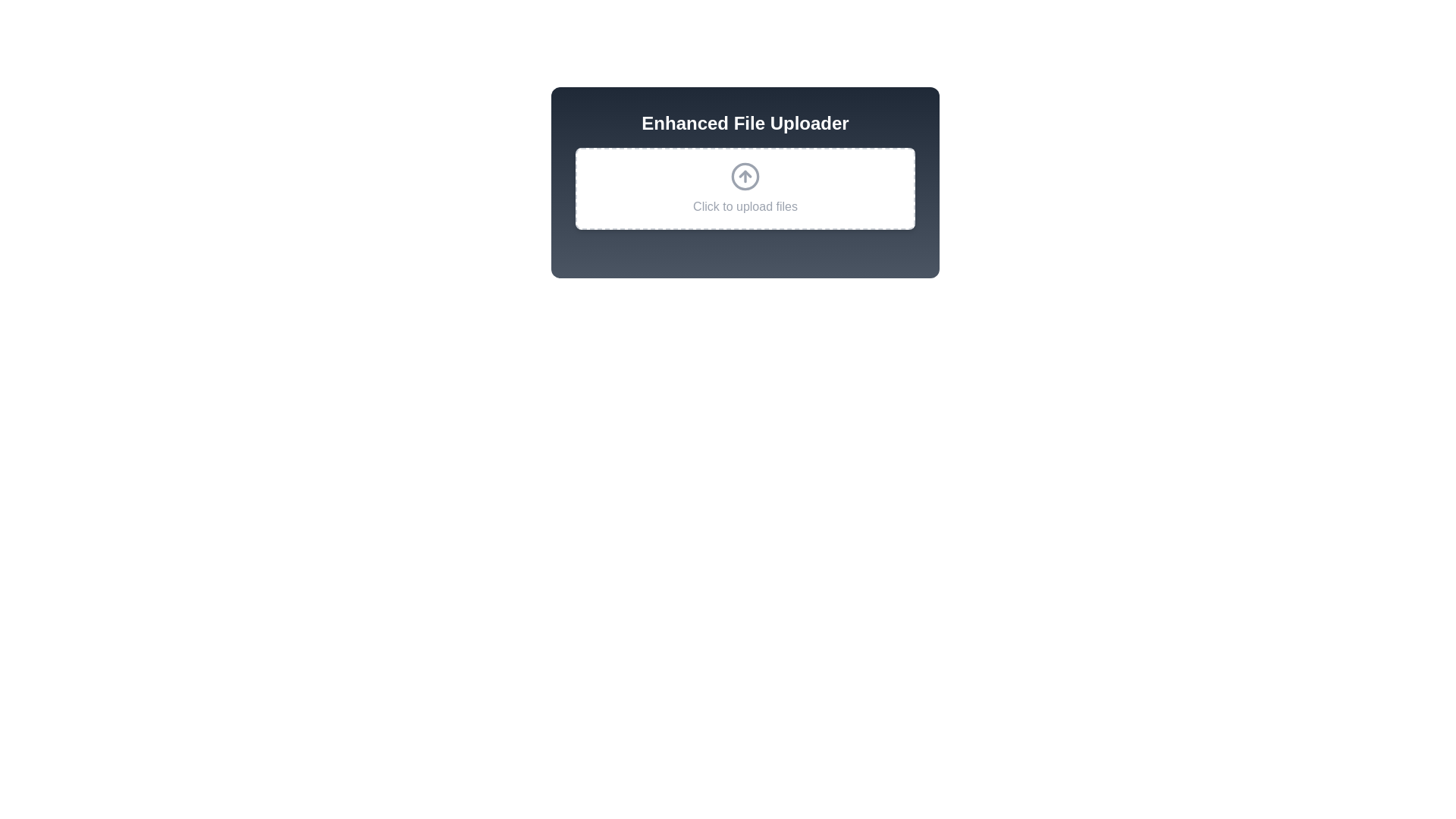  Describe the element at coordinates (745, 175) in the screenshot. I see `the circular icon with an upward-pointing arrow, located above the text 'Click to upload files'` at that location.